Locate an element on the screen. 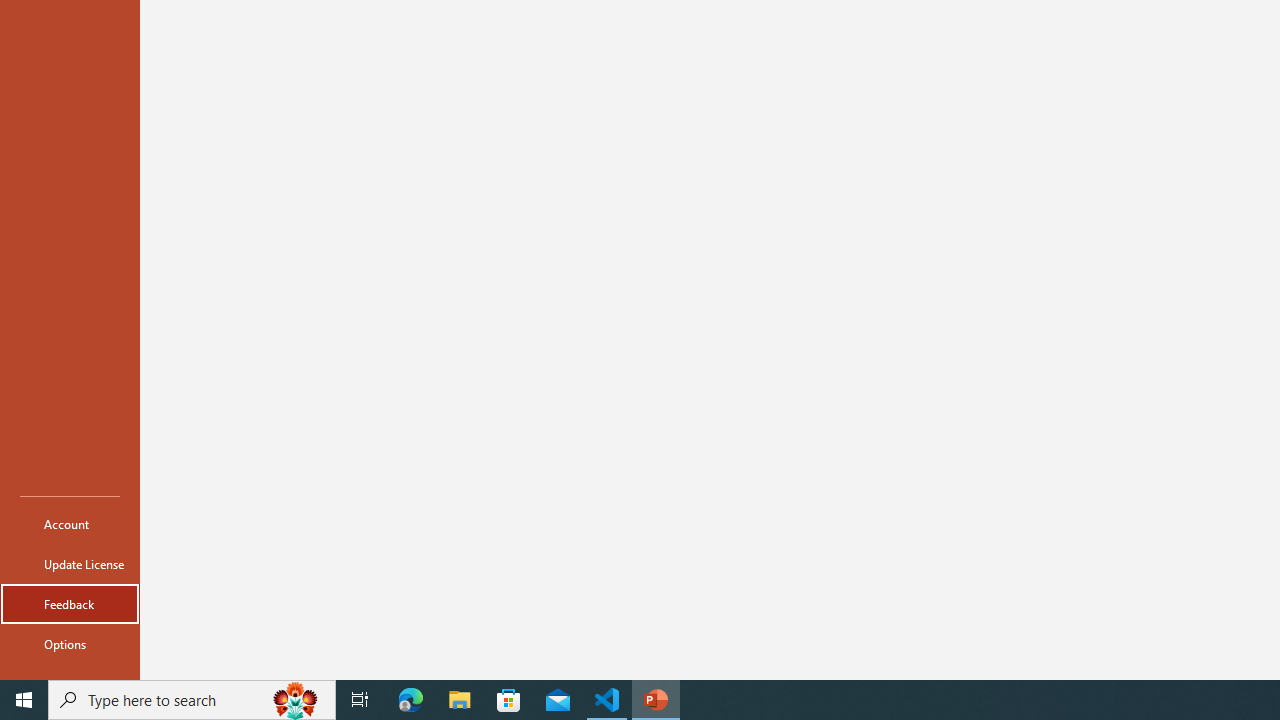 The width and height of the screenshot is (1280, 720). 'Options' is located at coordinates (69, 644).